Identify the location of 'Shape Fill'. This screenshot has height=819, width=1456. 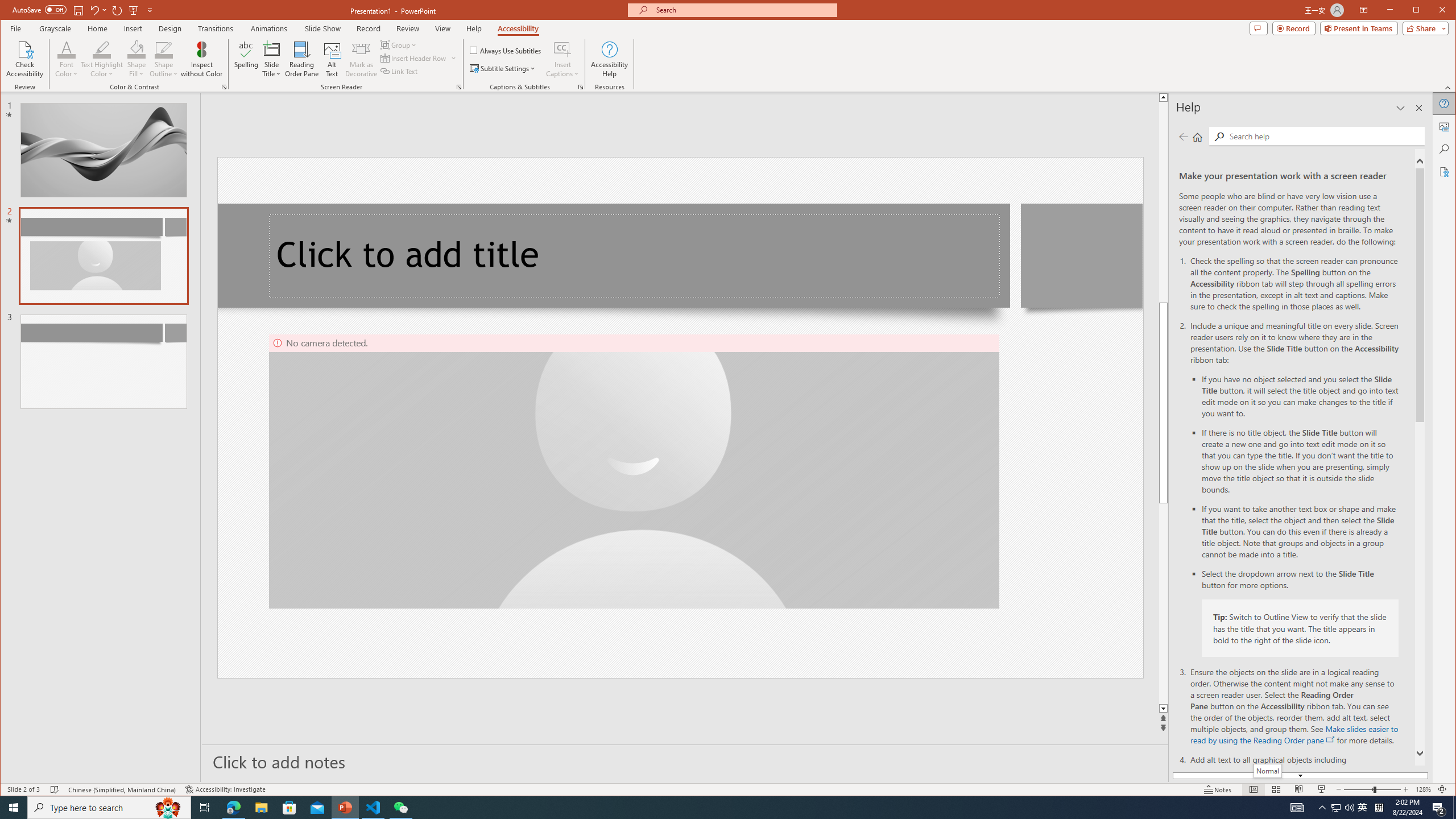
(136, 59).